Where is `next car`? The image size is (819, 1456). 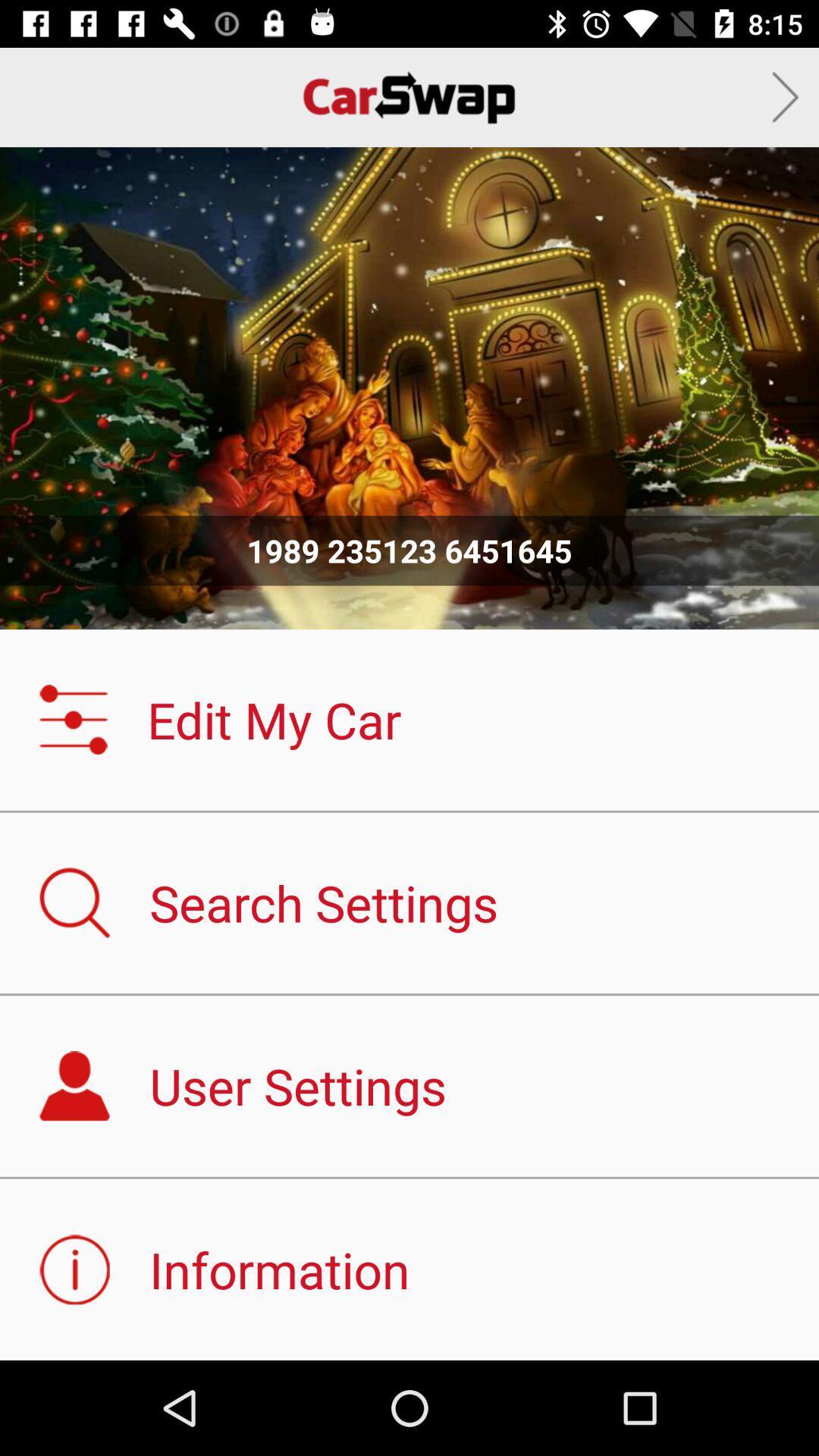
next car is located at coordinates (785, 96).